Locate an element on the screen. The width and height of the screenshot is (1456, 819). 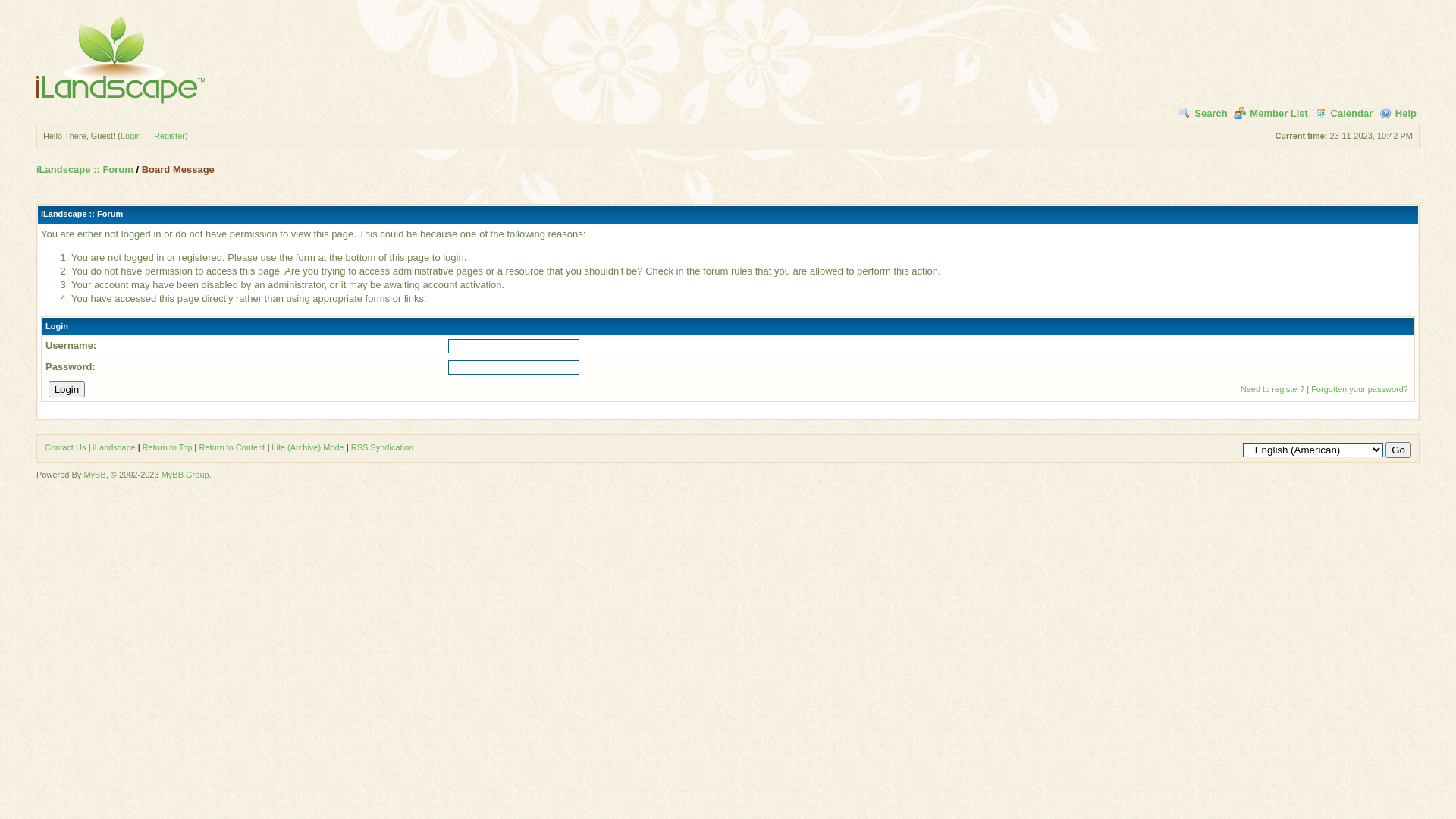
'Contact Us' is located at coordinates (44, 447).